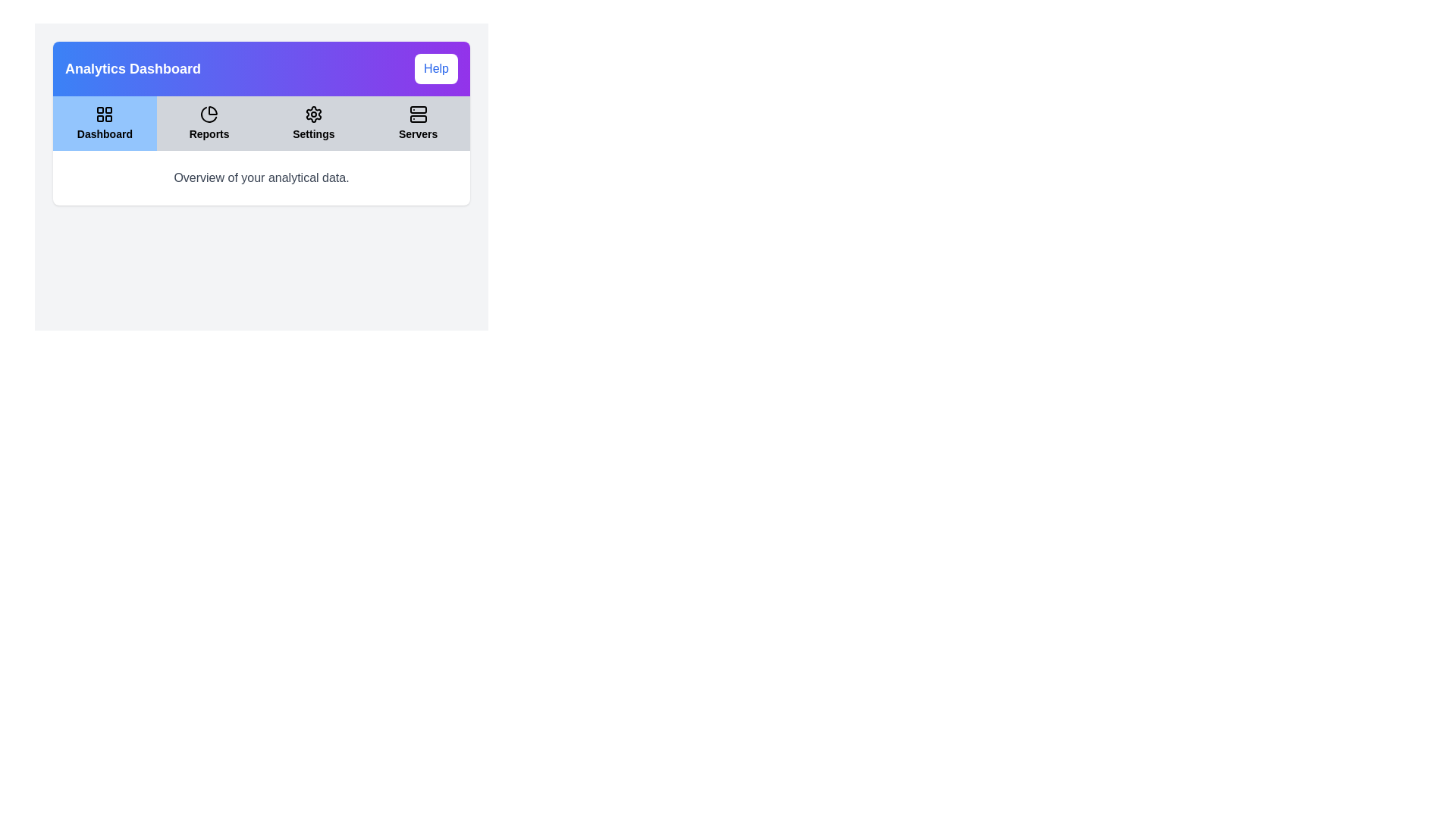  I want to click on the 'Reports' text label in the navigation bar, so click(209, 133).